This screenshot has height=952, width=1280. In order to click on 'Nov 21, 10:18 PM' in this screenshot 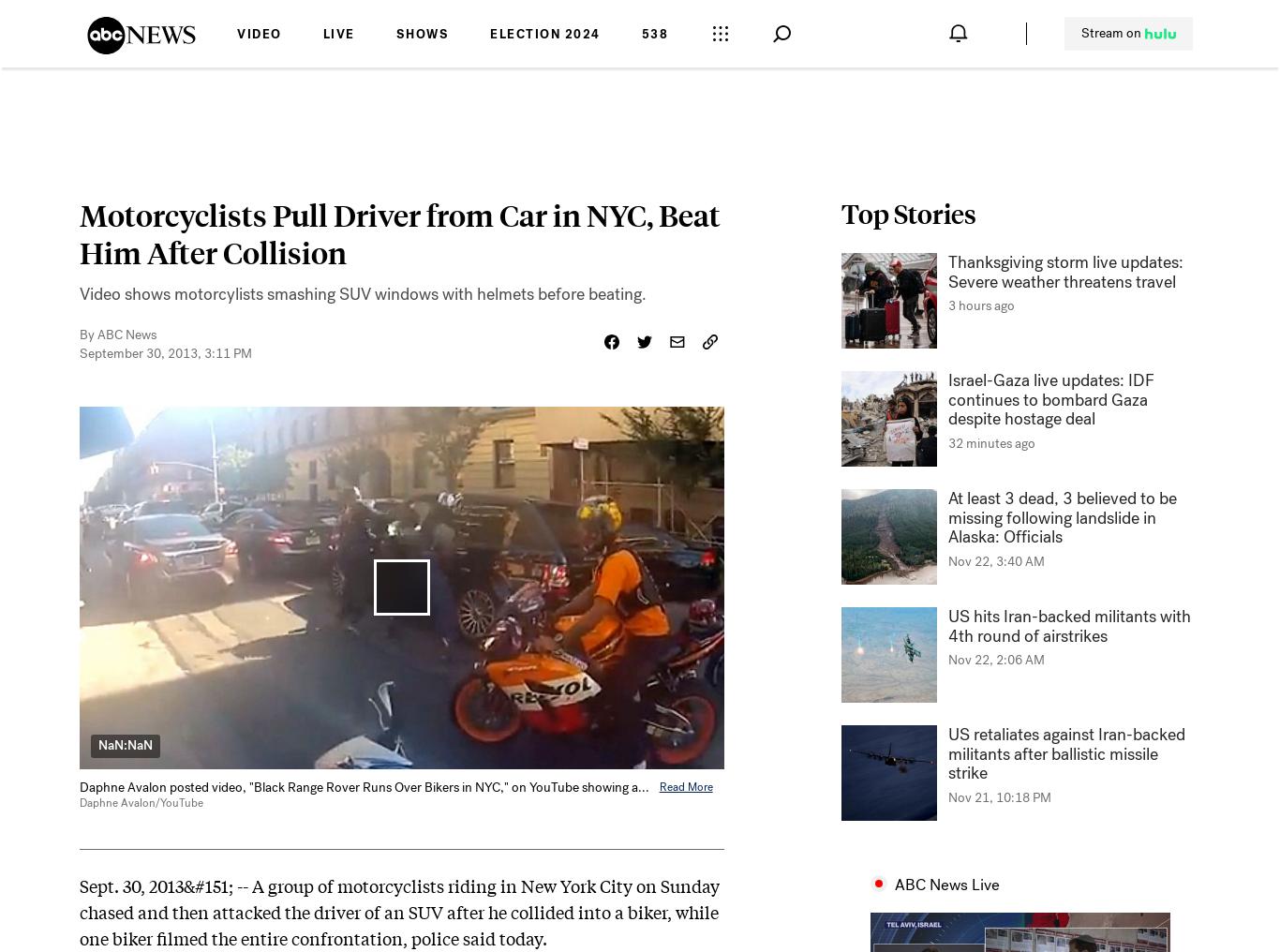, I will do `click(947, 797)`.